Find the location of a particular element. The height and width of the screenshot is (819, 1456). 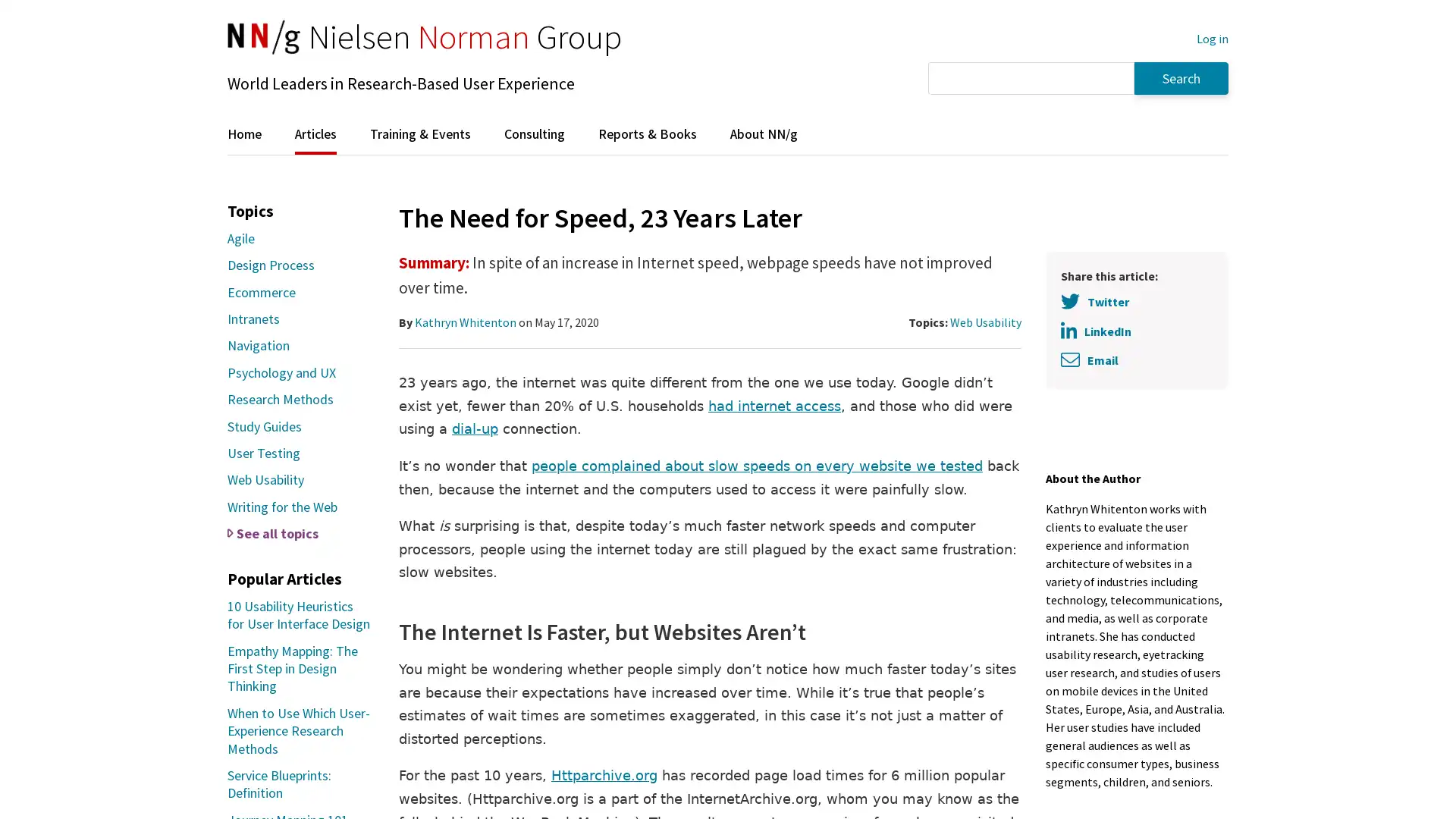

Search is located at coordinates (1181, 77).